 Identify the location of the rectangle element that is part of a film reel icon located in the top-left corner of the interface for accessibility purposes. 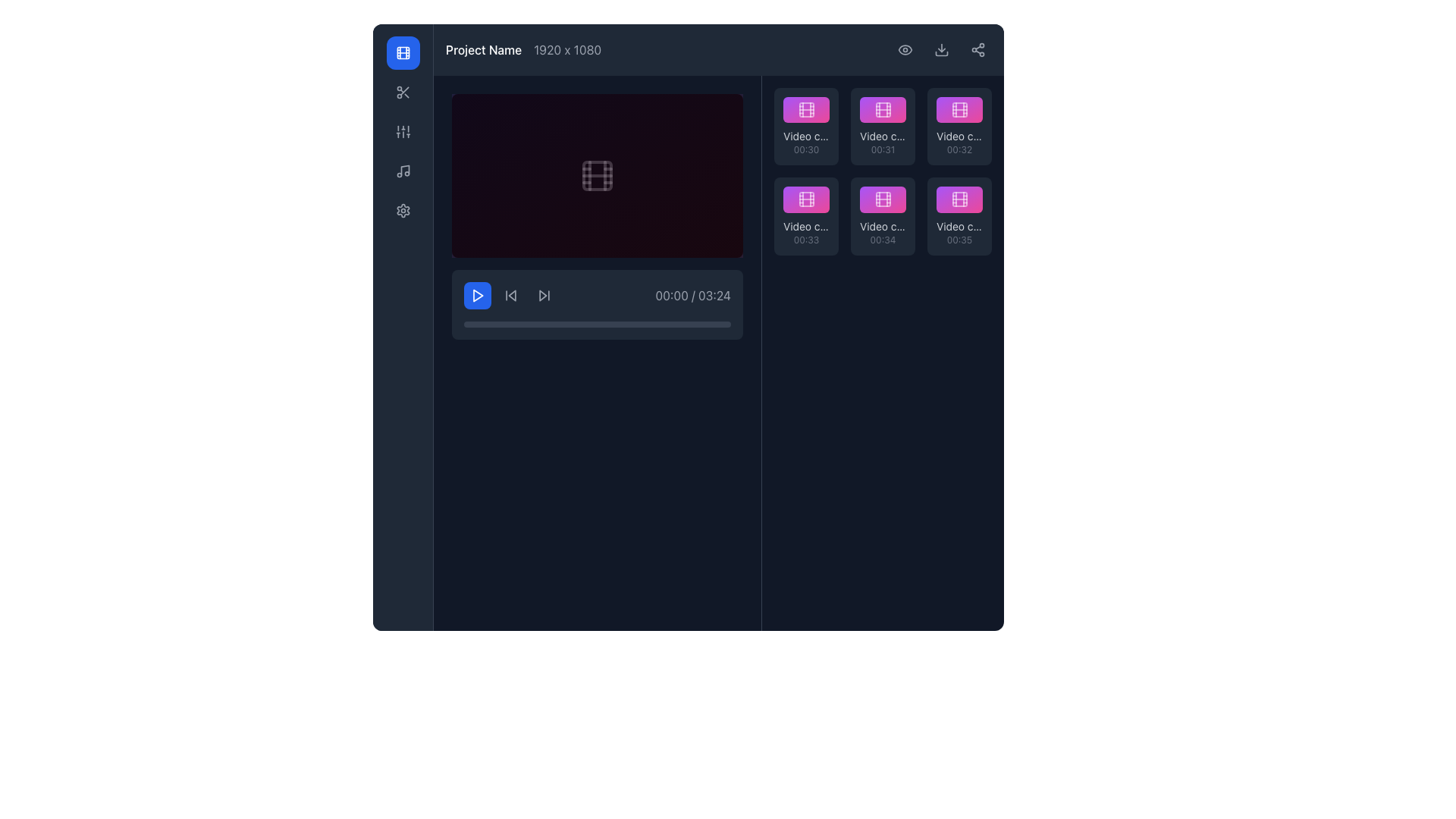
(403, 52).